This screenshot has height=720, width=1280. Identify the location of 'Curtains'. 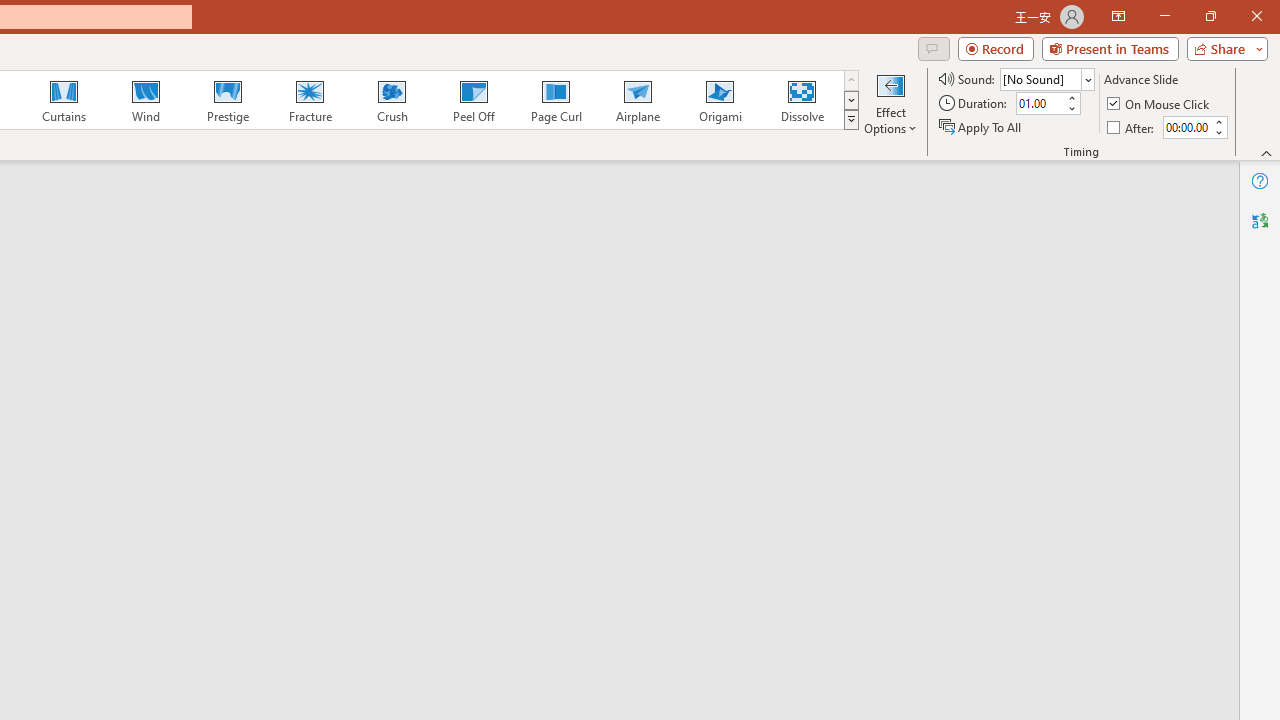
(64, 100).